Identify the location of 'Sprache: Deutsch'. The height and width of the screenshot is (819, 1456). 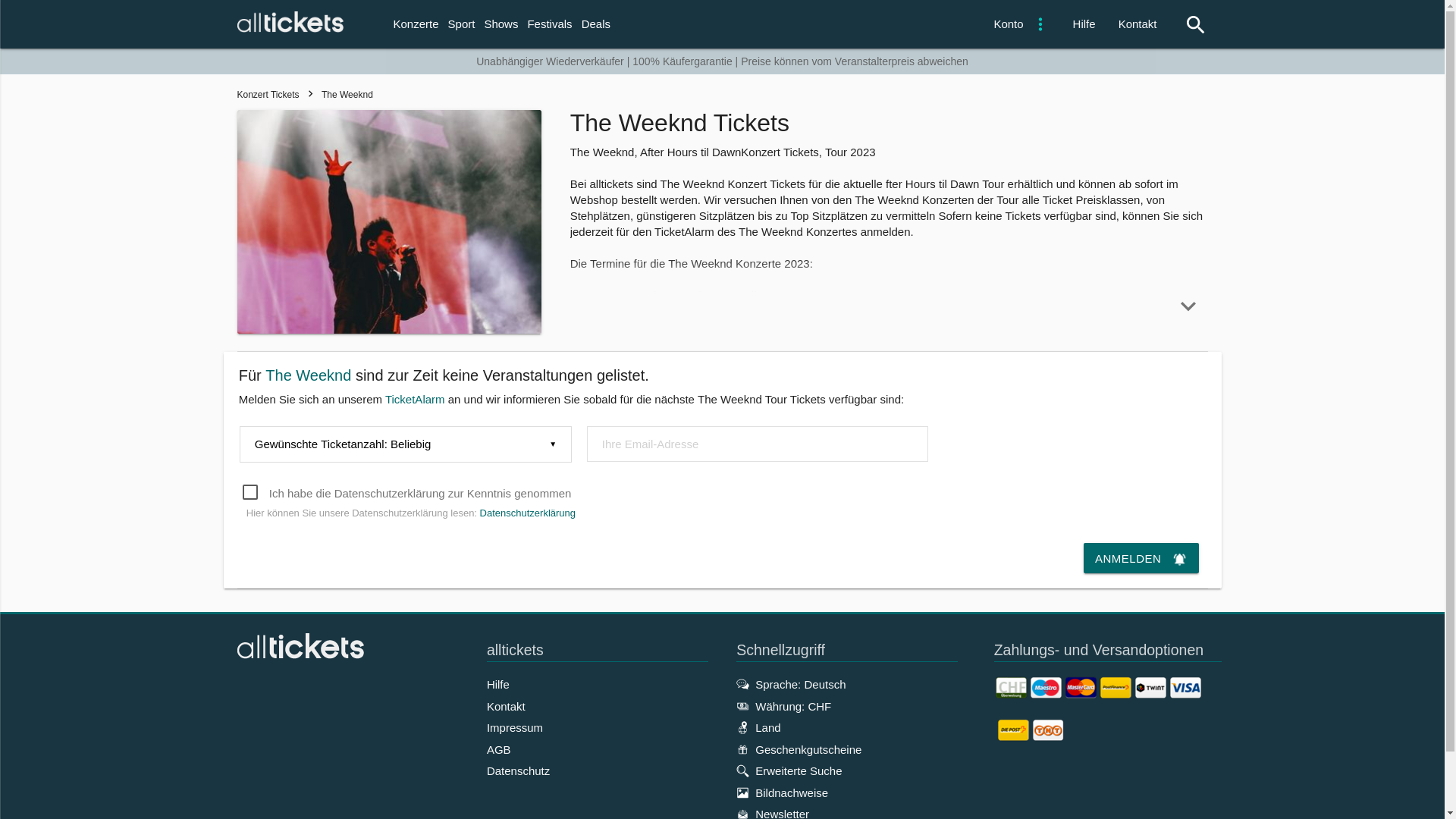
(736, 684).